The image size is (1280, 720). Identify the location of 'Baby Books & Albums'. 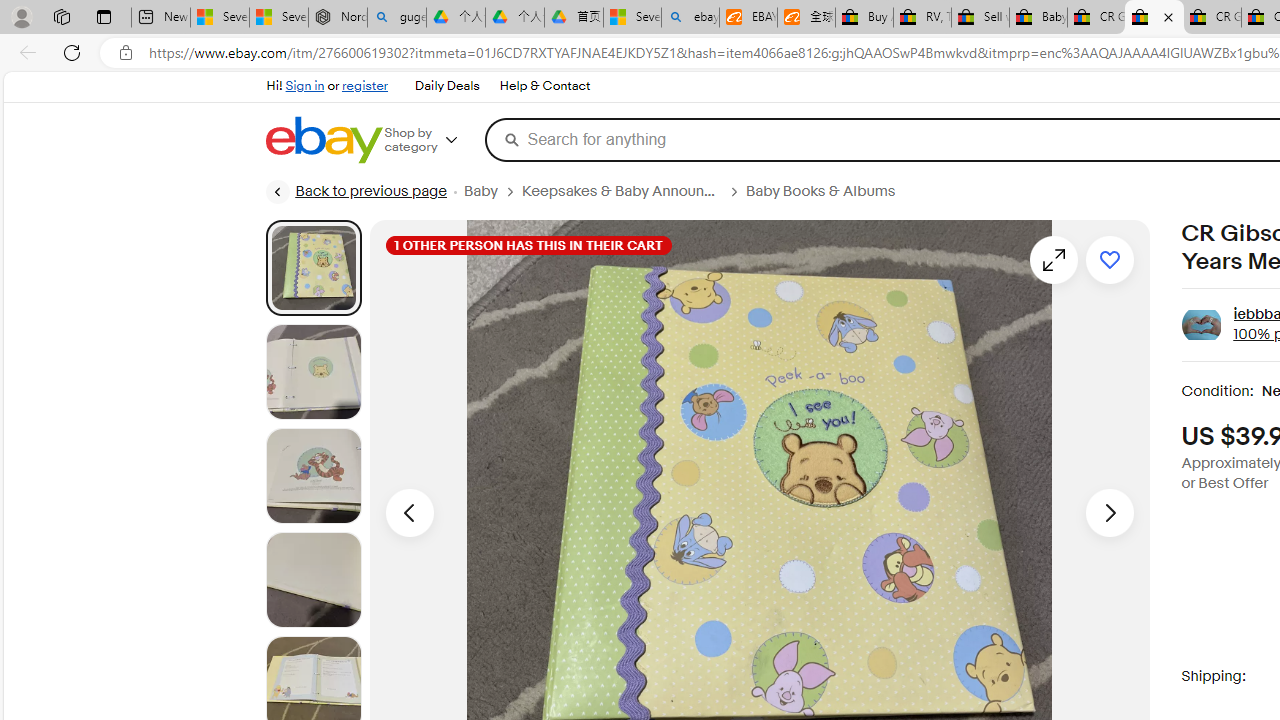
(828, 191).